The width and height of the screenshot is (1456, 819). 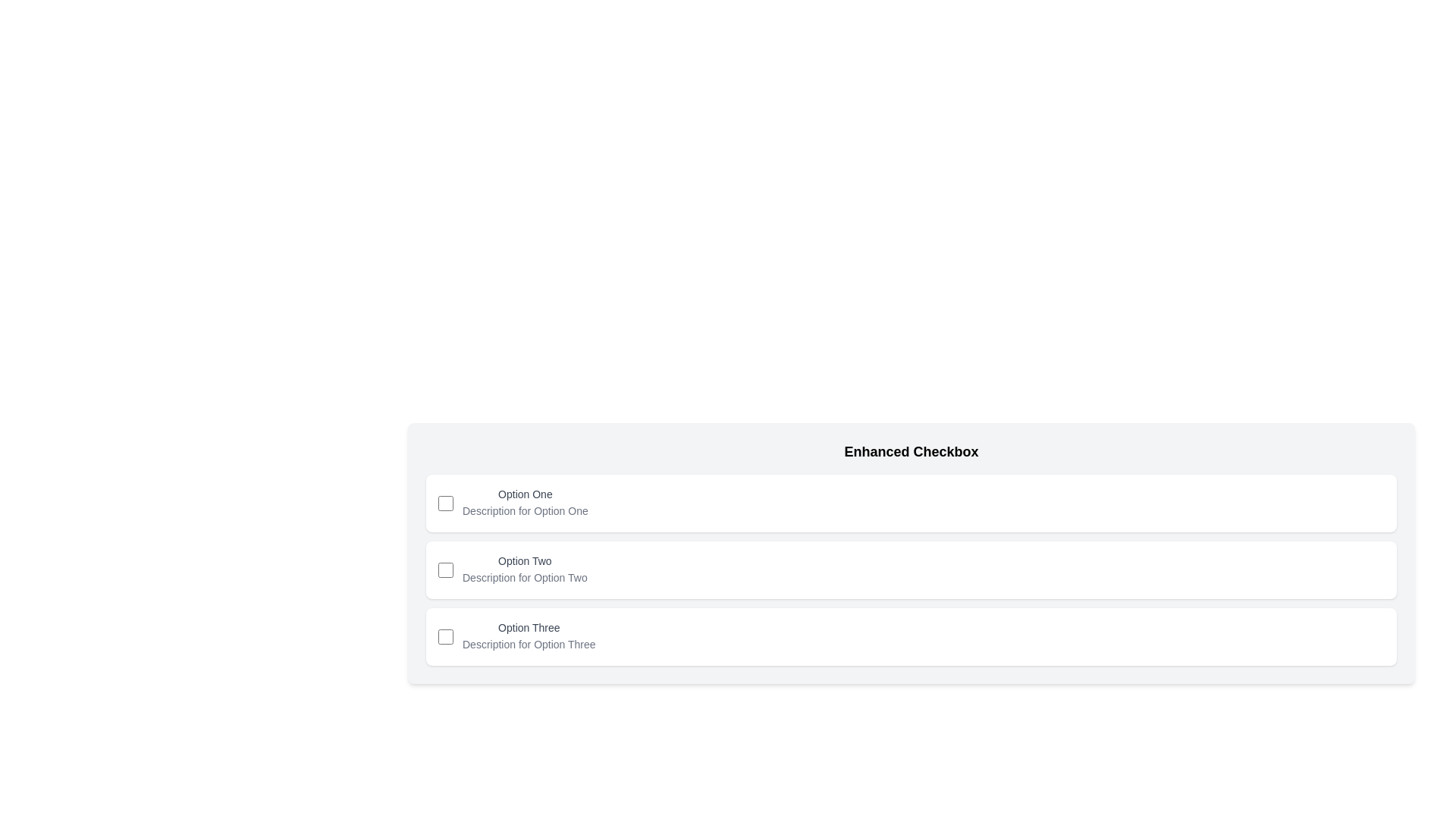 I want to click on the checkbox for 'Option Two', so click(x=445, y=570).